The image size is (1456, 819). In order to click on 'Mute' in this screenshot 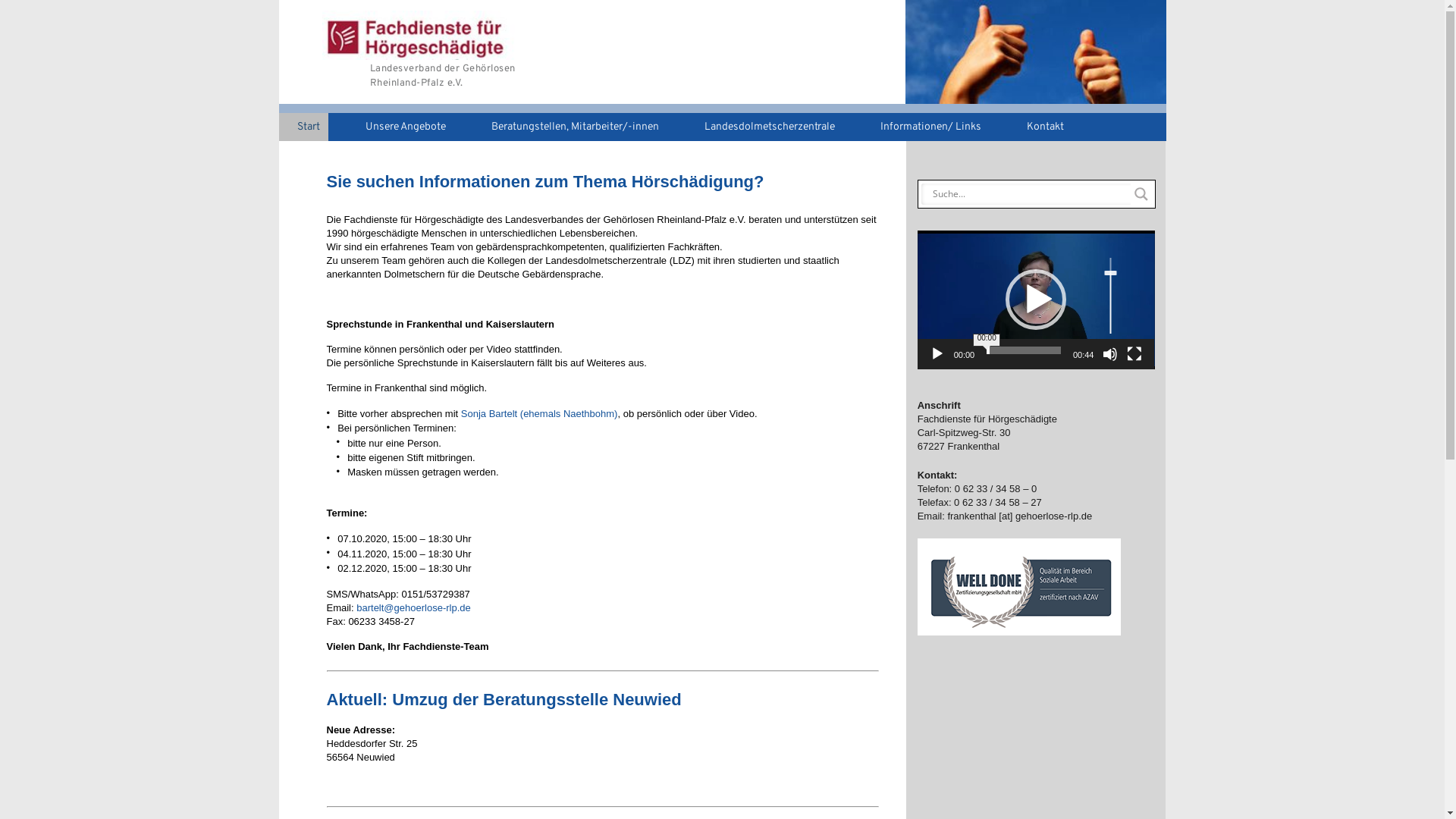, I will do `click(1110, 353)`.